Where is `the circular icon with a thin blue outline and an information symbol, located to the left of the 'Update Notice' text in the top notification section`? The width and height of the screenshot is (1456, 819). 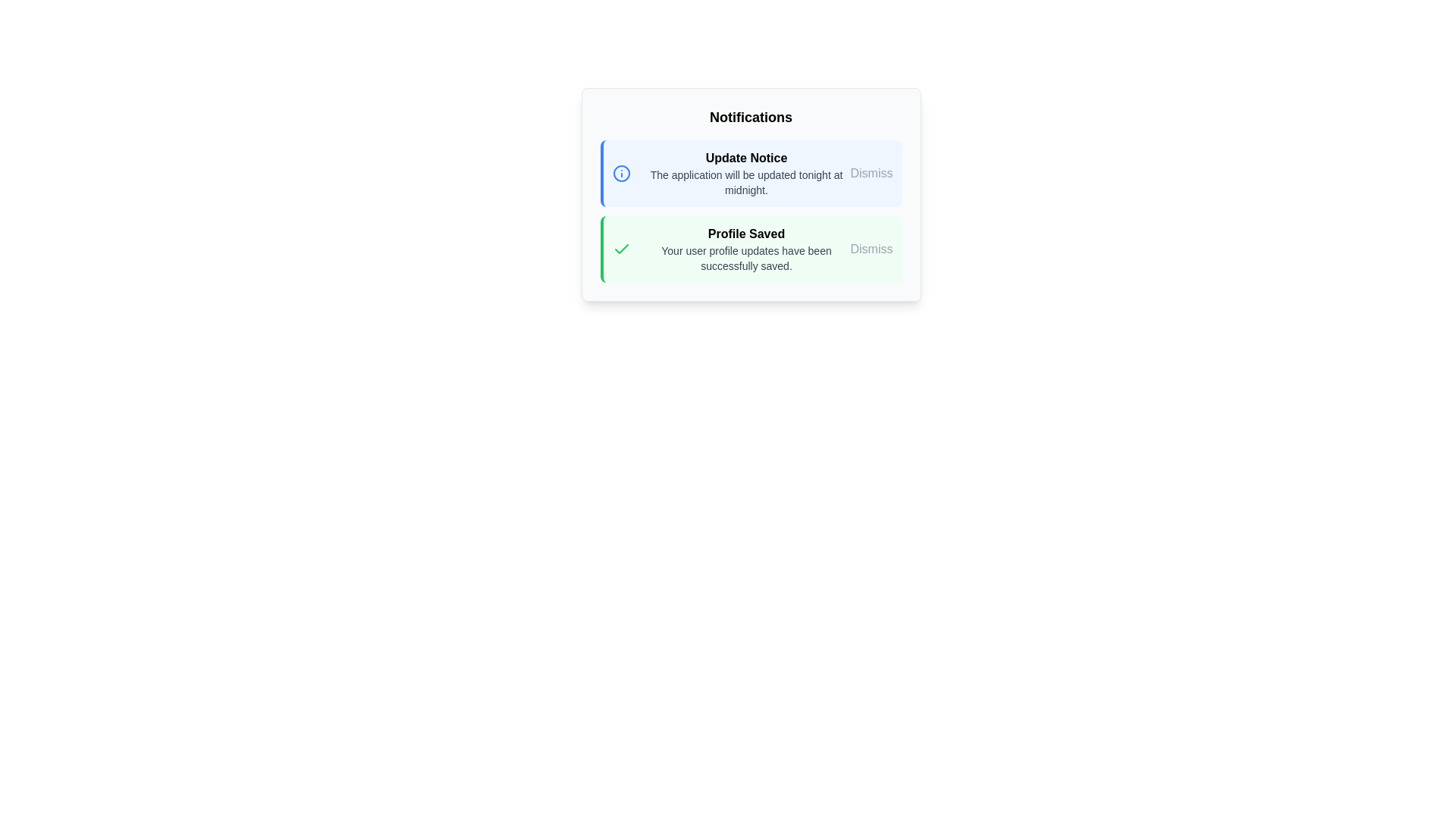
the circular icon with a thin blue outline and an information symbol, located to the left of the 'Update Notice' text in the top notification section is located at coordinates (621, 172).